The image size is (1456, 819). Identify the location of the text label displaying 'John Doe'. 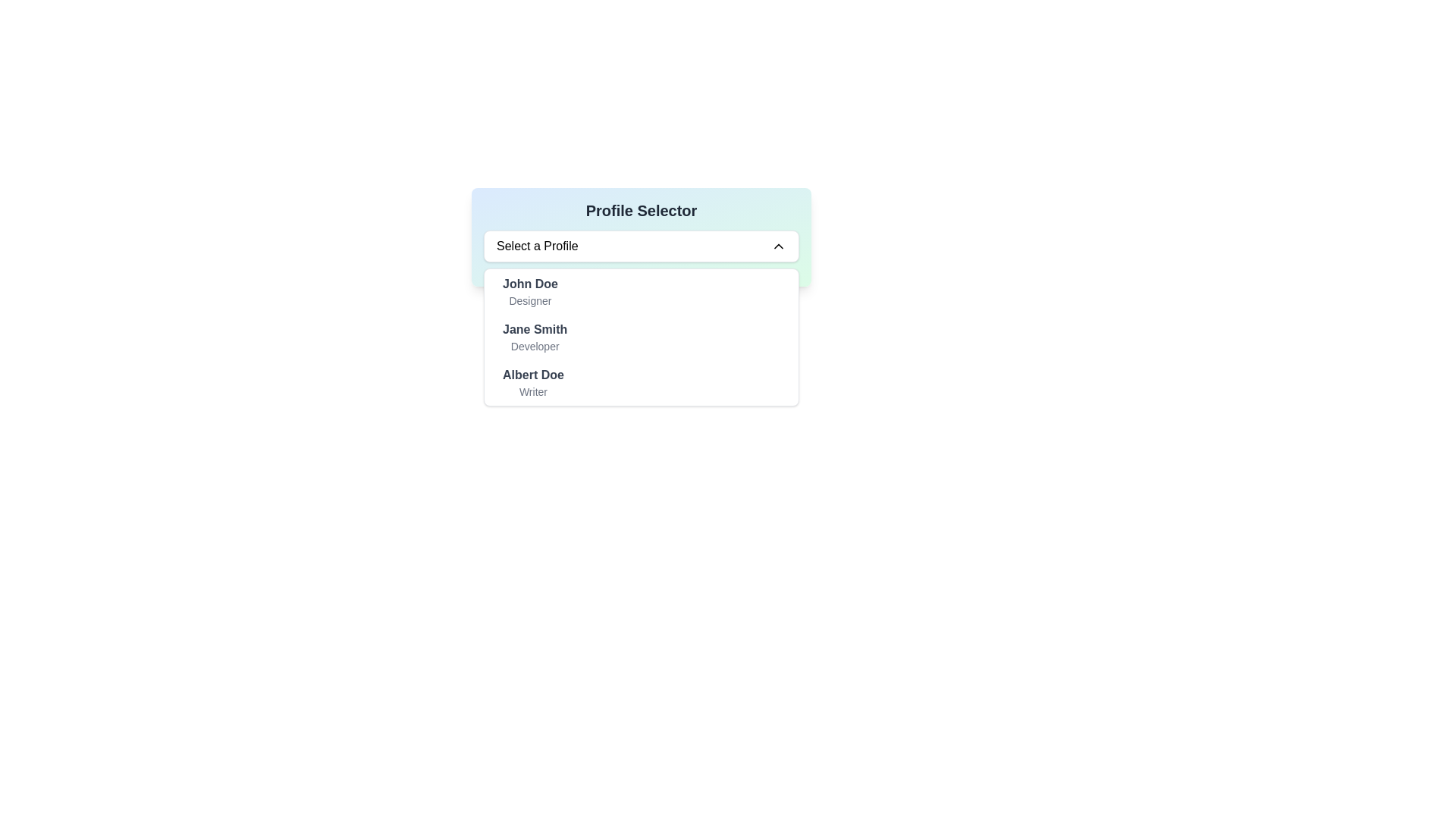
(530, 284).